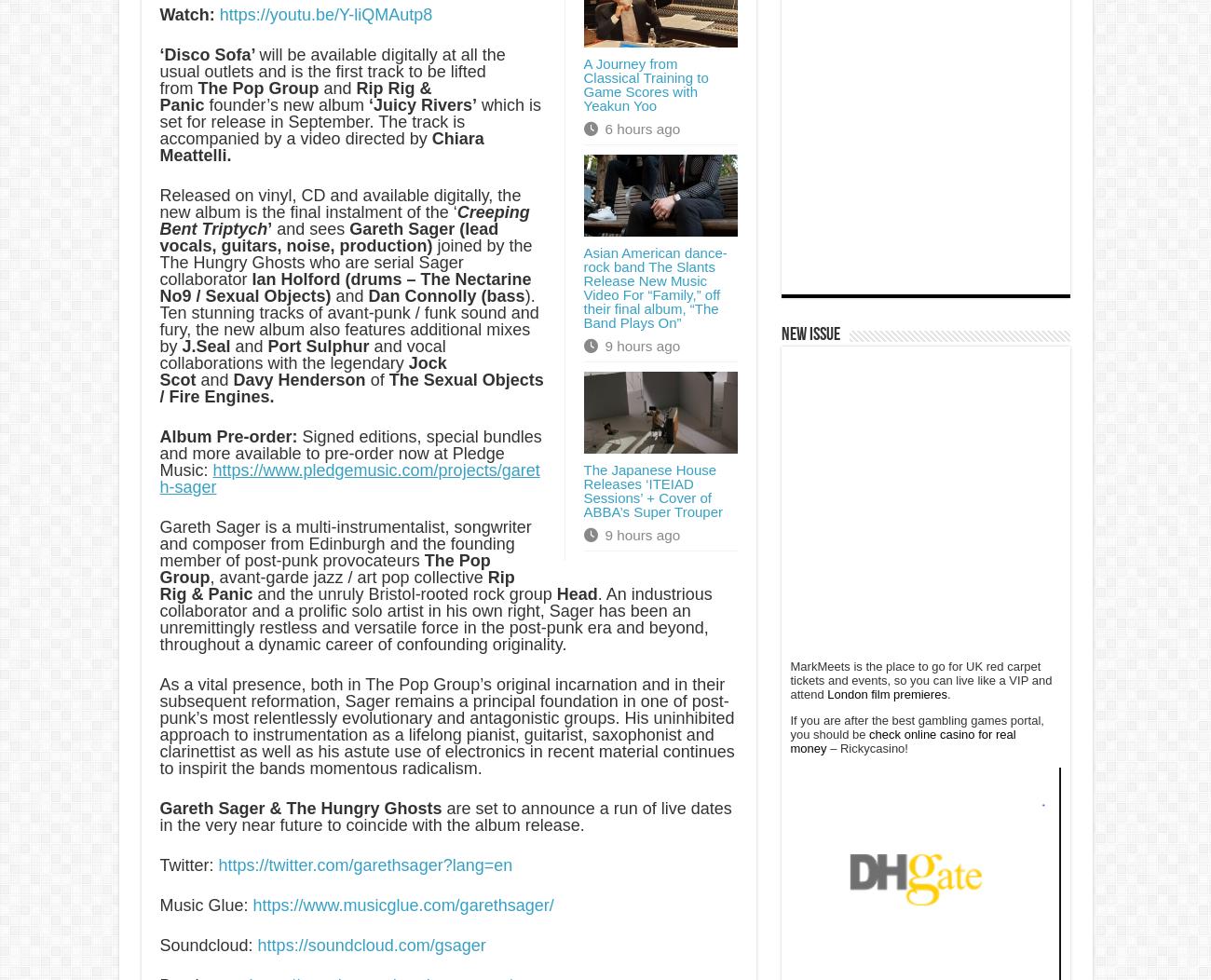 This screenshot has width=1211, height=980. Describe the element at coordinates (339, 204) in the screenshot. I see `'Released on vinyl, CD and available digitally, the new album is the final instalment of the ‘'` at that location.